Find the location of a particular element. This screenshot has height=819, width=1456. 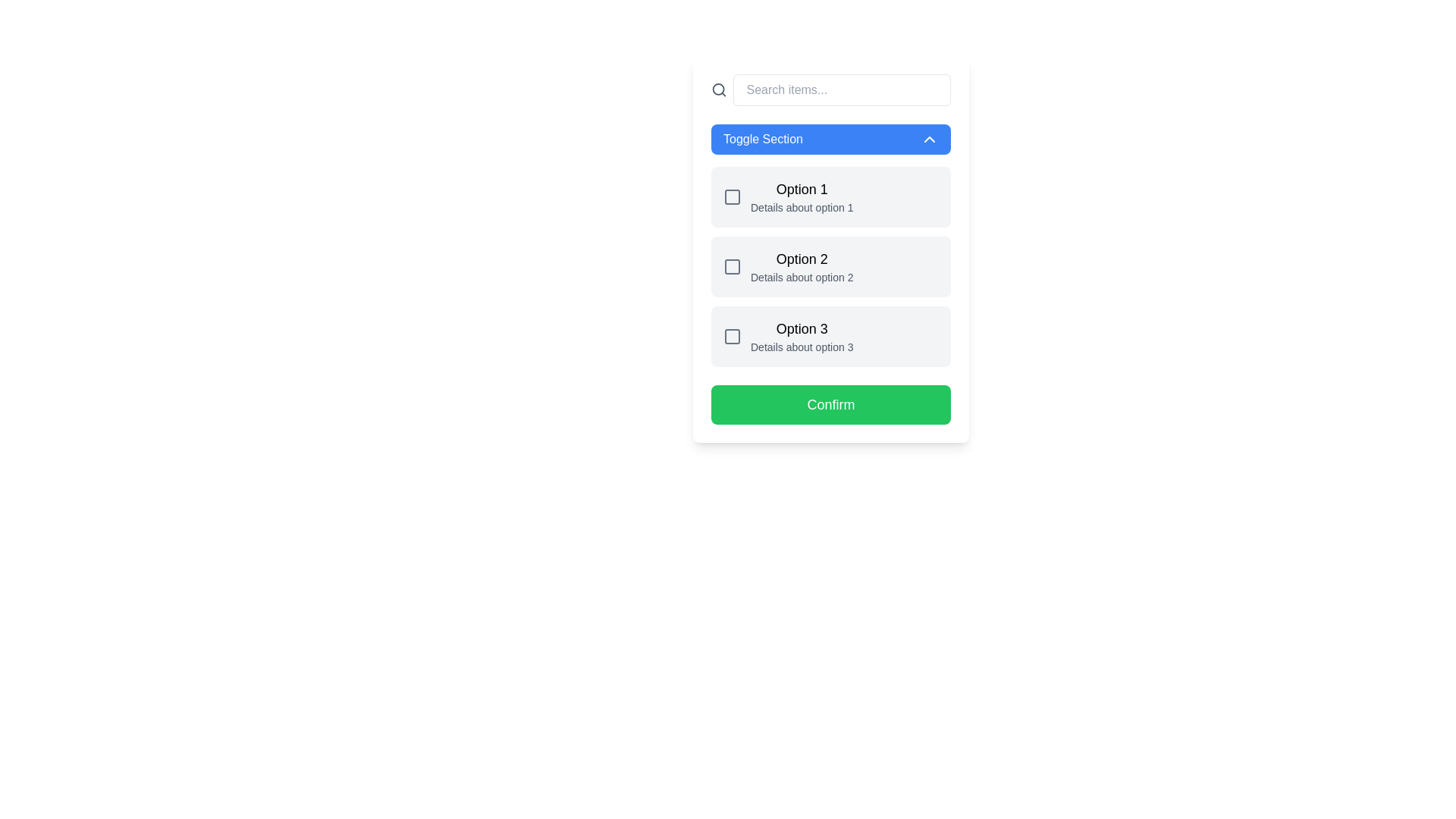

to select the checkbox in the list item labeled 'Option 2', which contains descriptive text about the option and is visually distinct with a light background is located at coordinates (788, 265).